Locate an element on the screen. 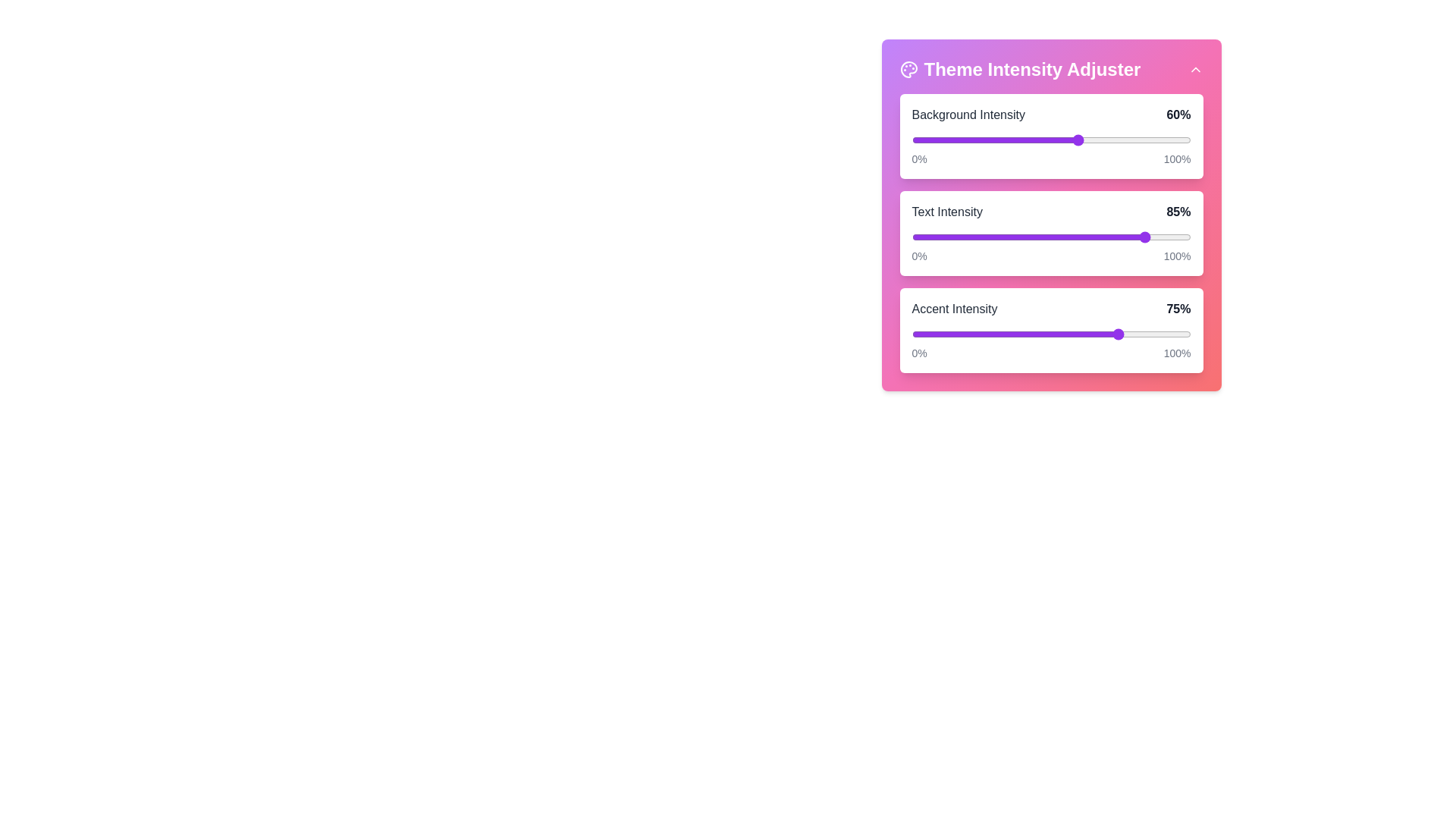 Image resolution: width=1456 pixels, height=819 pixels. the accent intensity is located at coordinates (959, 333).